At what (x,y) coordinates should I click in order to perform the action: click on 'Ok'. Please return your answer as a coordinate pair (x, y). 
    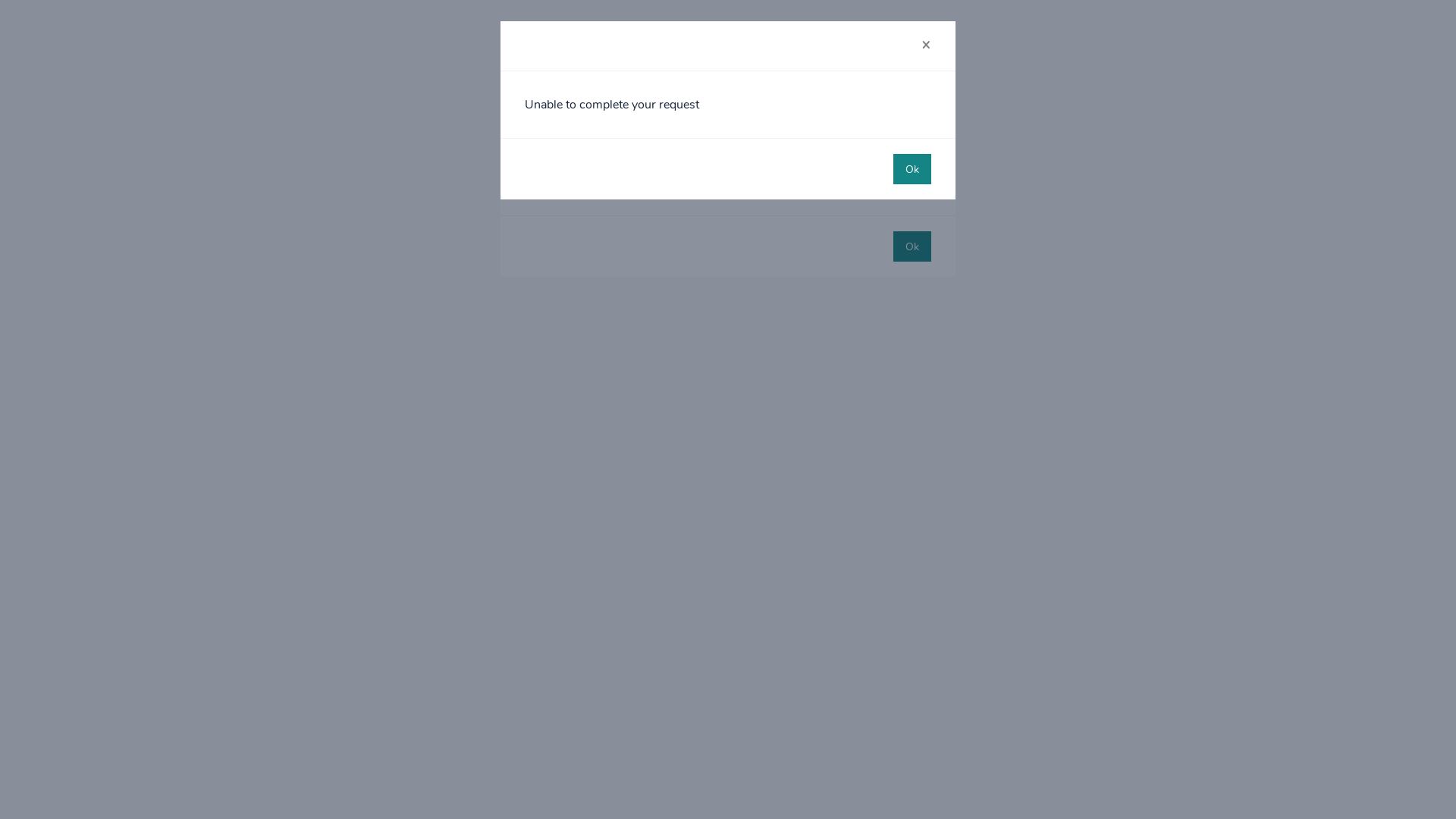
    Looking at the image, I should click on (912, 169).